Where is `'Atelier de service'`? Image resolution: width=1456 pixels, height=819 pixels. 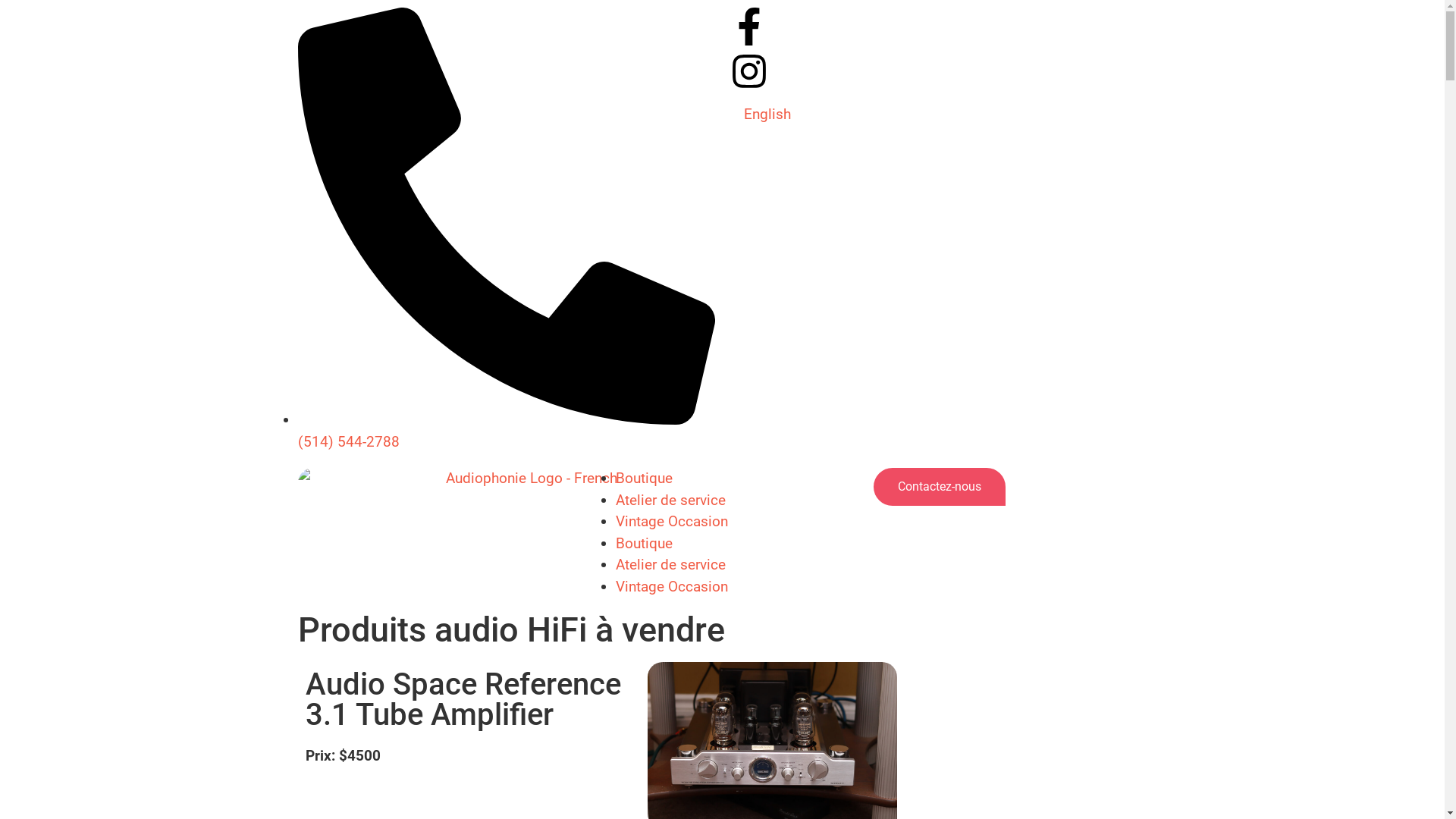
'Atelier de service' is located at coordinates (670, 564).